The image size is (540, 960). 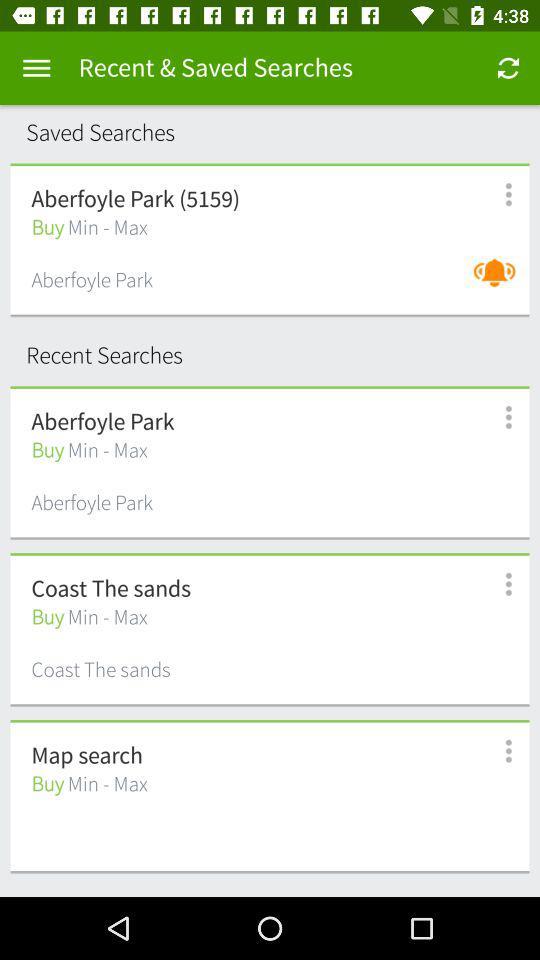 What do you see at coordinates (496, 584) in the screenshot?
I see `settings` at bounding box center [496, 584].